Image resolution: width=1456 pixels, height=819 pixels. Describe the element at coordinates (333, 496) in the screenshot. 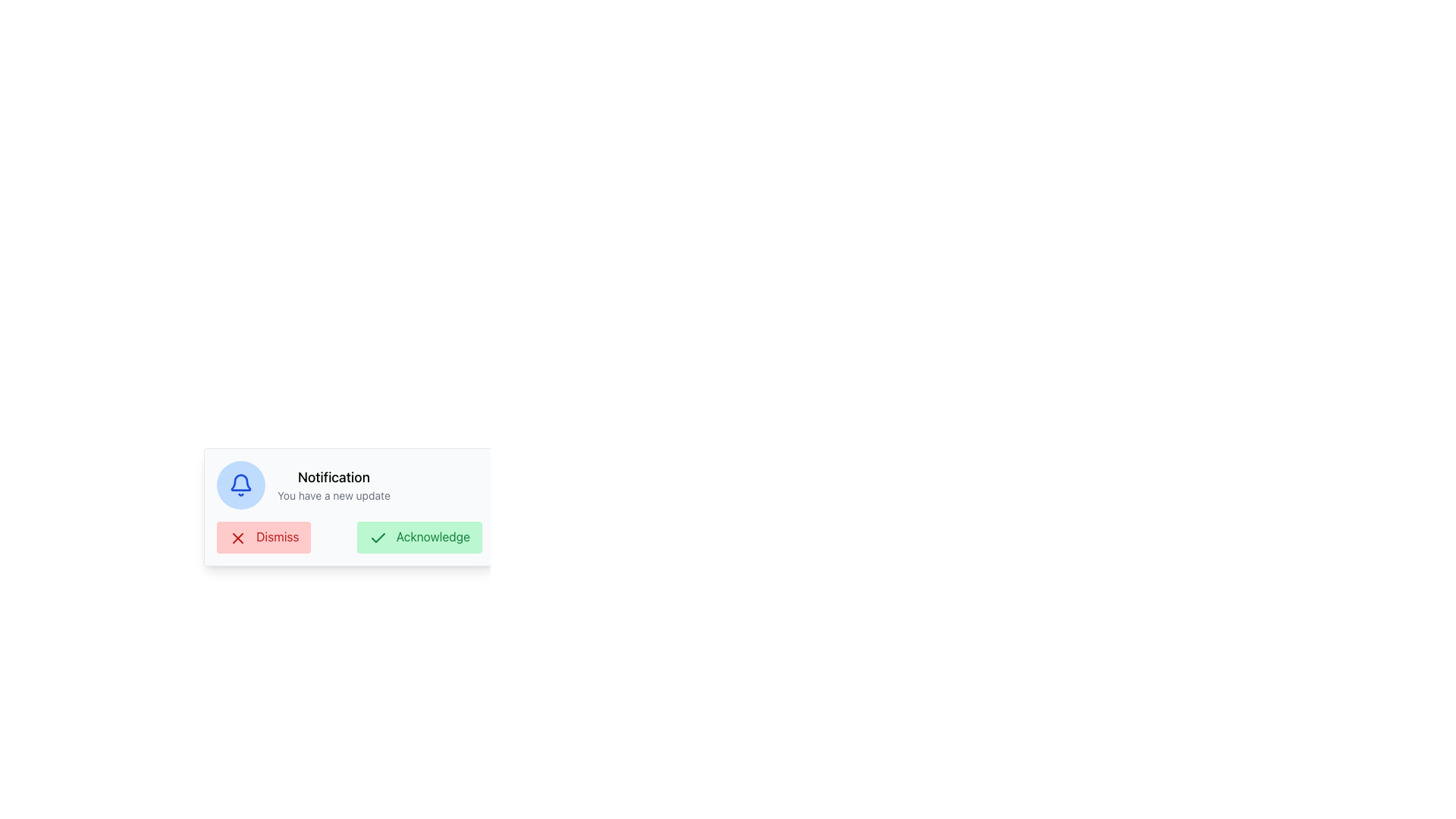

I see `the text label that reads 'You have a new update', which is styled in a small gray font and located under the 'Notification' heading in the notification card layout` at that location.